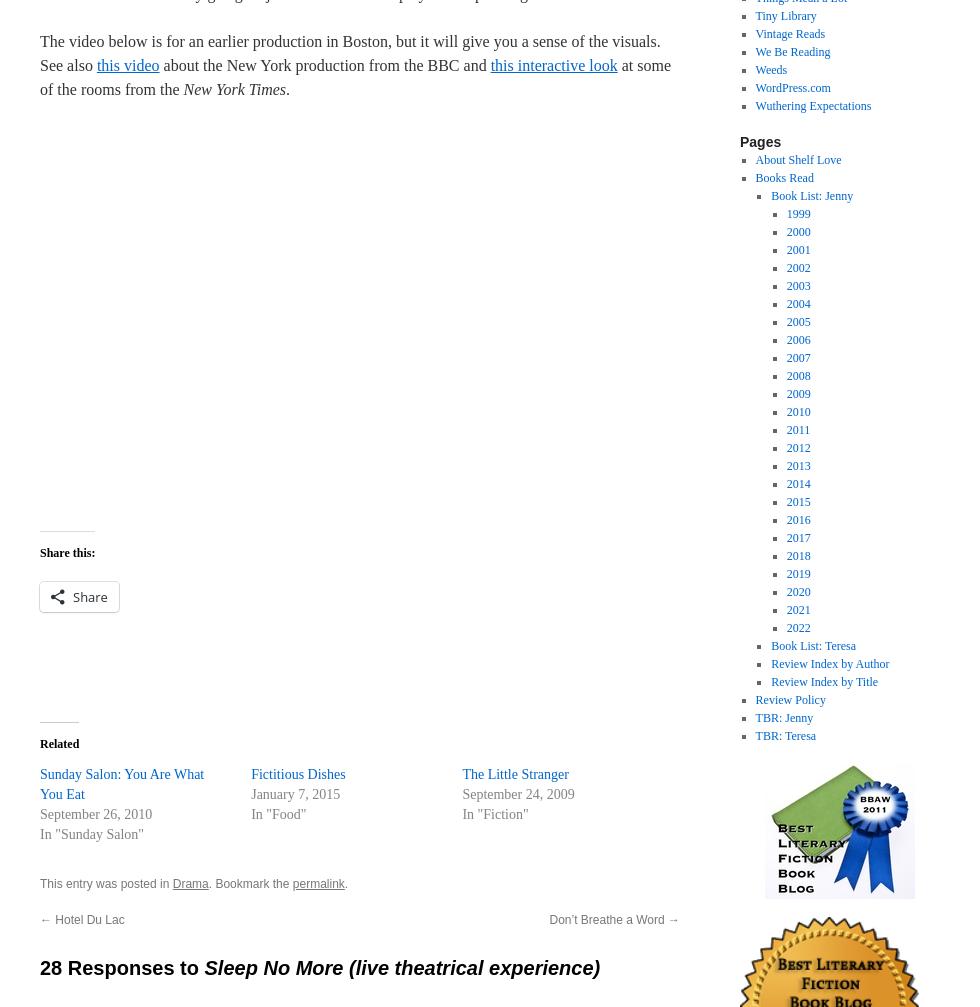 This screenshot has width=980, height=1007. What do you see at coordinates (798, 394) in the screenshot?
I see `'2009'` at bounding box center [798, 394].